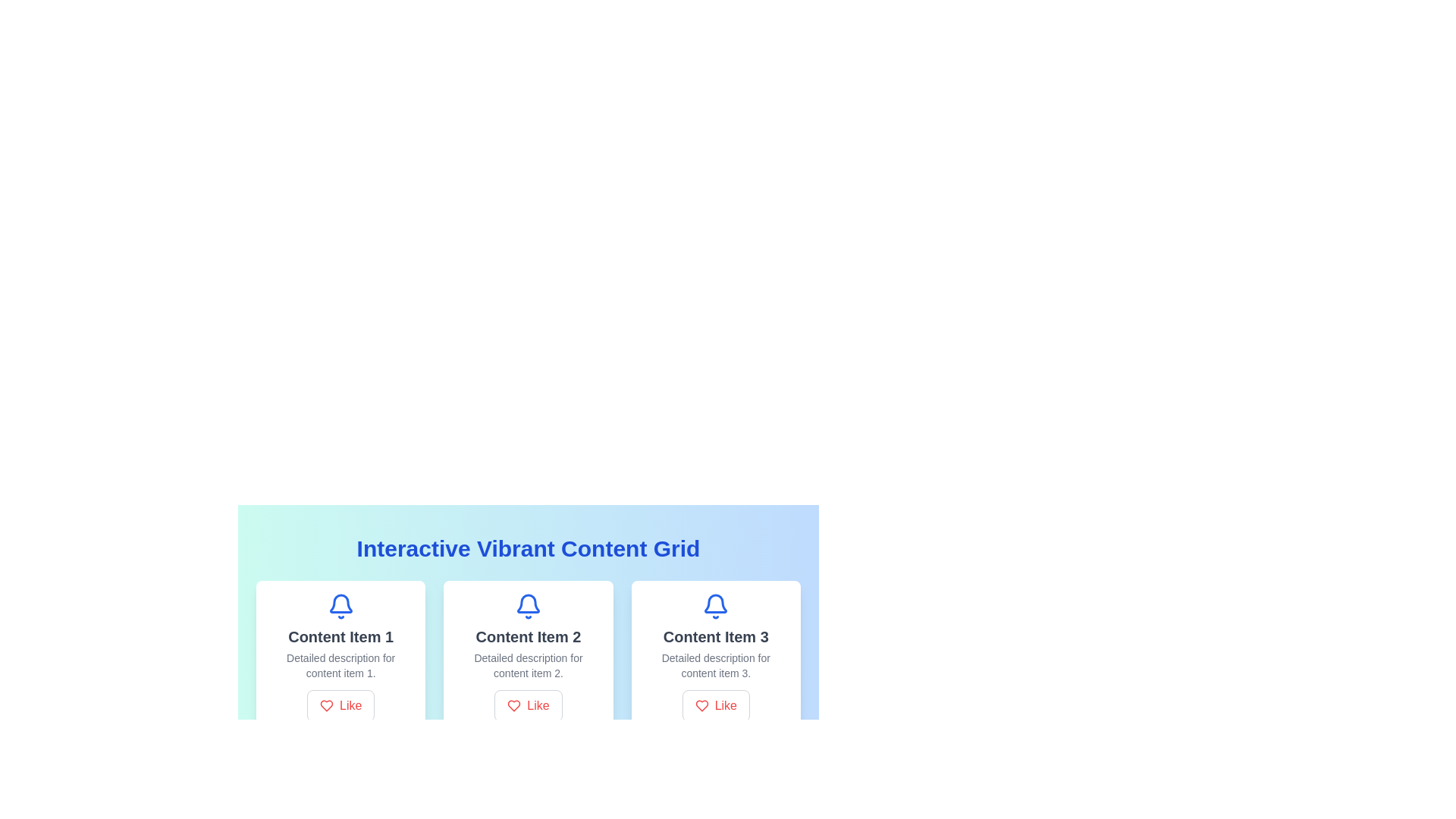  I want to click on the text component that reads 'Detailed description for content item 1.' which is styled with a small, gray font and is located directly below the 'Content Item 1' title, so click(340, 665).